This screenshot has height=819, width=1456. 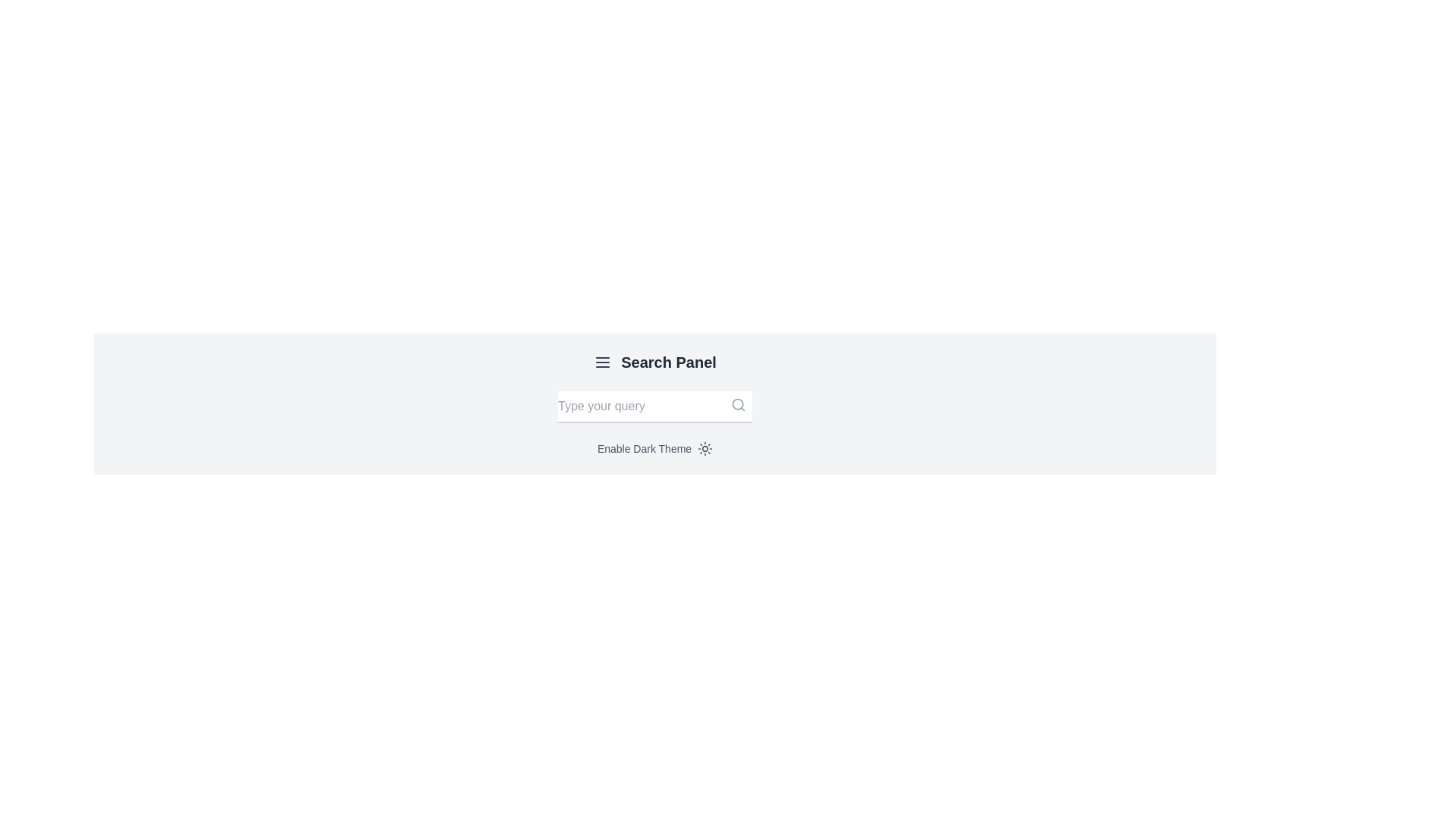 I want to click on the 'Search Panel' label, which prominently displays the text in bold, dark gray font and is located above the search bar and dark mode button, so click(x=655, y=362).